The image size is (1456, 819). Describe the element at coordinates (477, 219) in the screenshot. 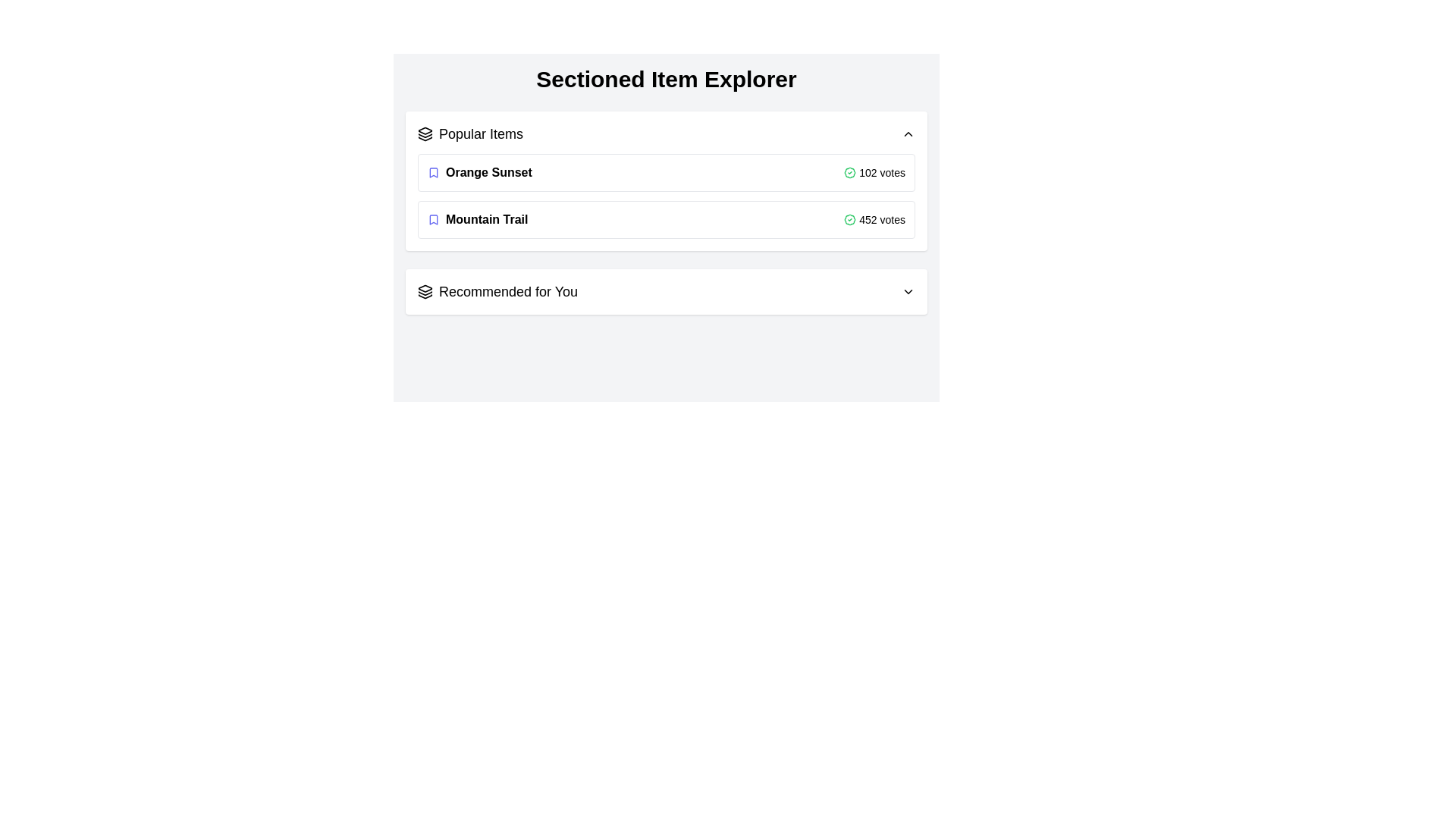

I see `the 'Mountain Trail' text label with icon` at that location.